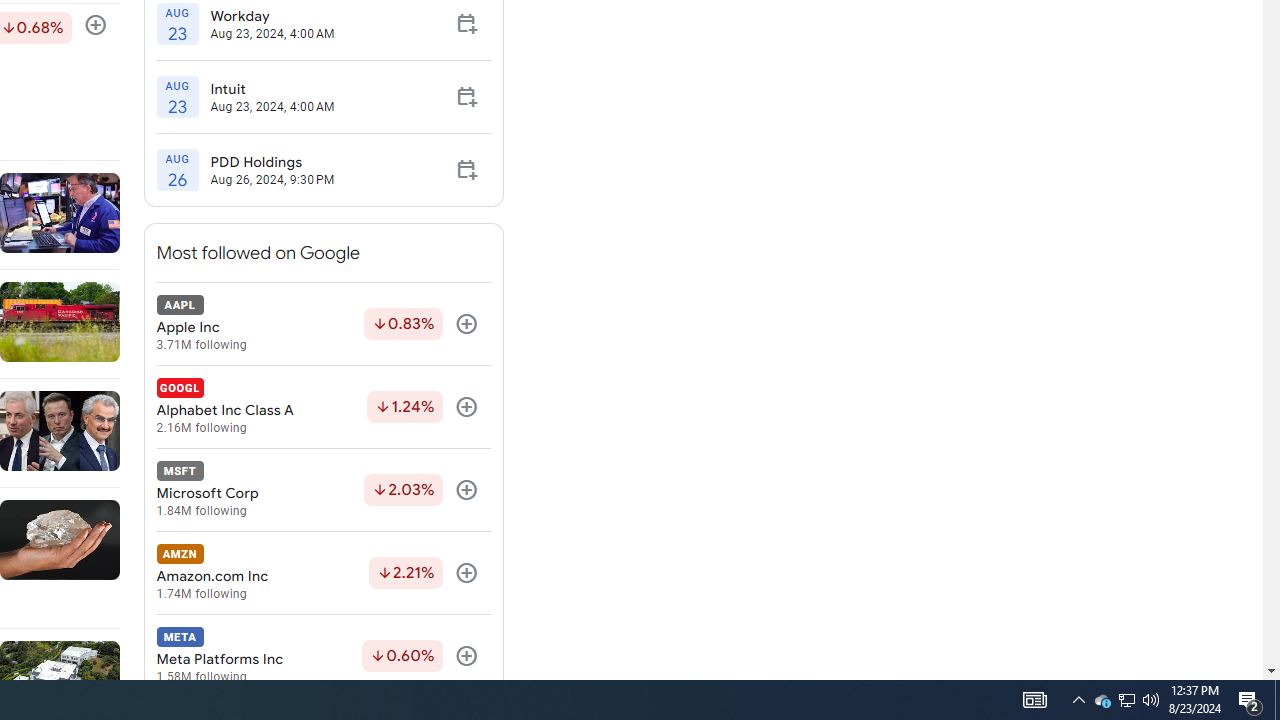  What do you see at coordinates (465, 168) in the screenshot?
I see `'Add to calendar'` at bounding box center [465, 168].